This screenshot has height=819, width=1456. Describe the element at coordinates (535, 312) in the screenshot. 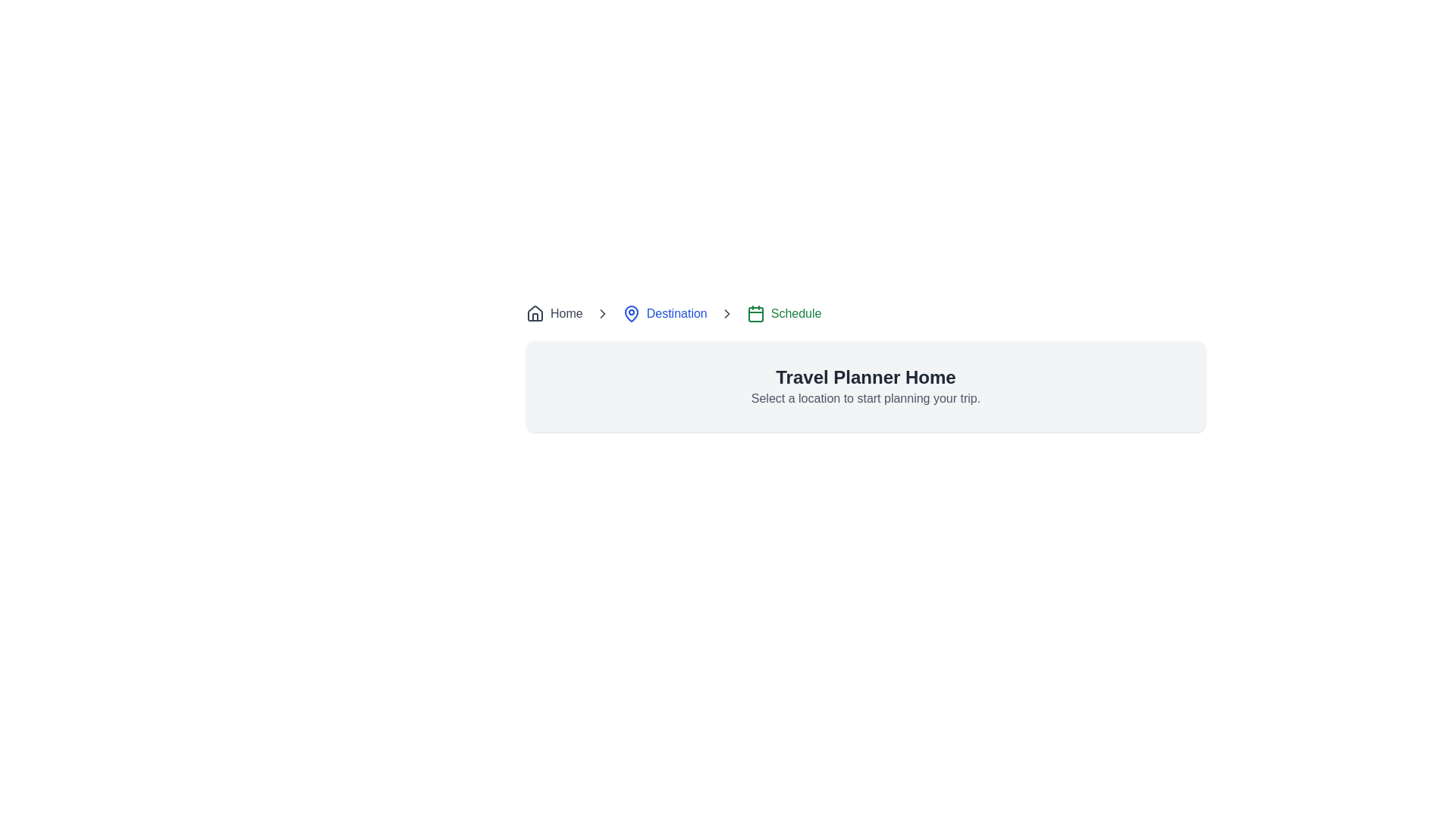

I see `the home icon, which is a minimalistic house icon located in the breadcrumb navigation bar at the top-left area of the interface` at that location.